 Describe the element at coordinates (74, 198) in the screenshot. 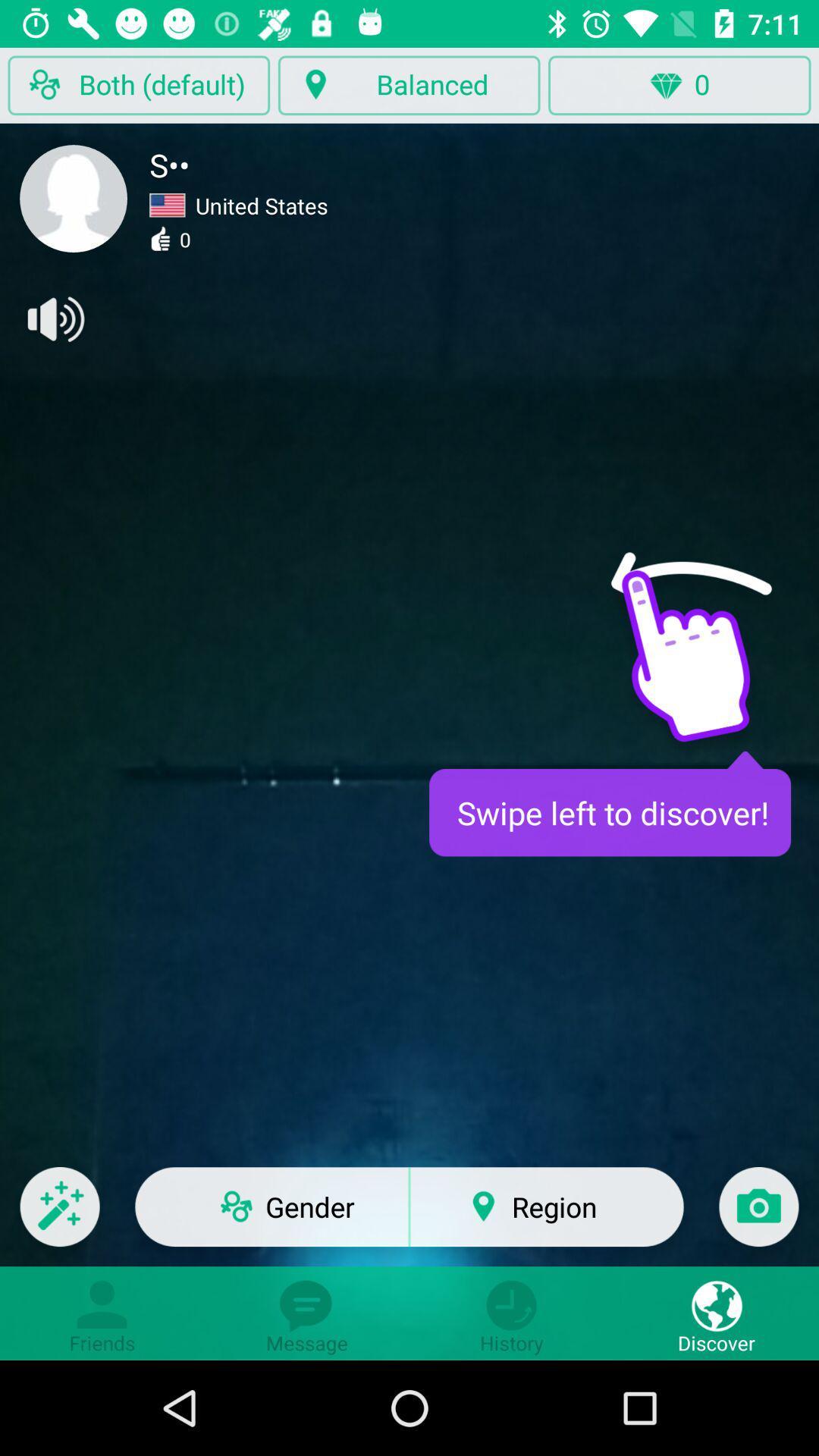

I see `the item below the both (default) item` at that location.